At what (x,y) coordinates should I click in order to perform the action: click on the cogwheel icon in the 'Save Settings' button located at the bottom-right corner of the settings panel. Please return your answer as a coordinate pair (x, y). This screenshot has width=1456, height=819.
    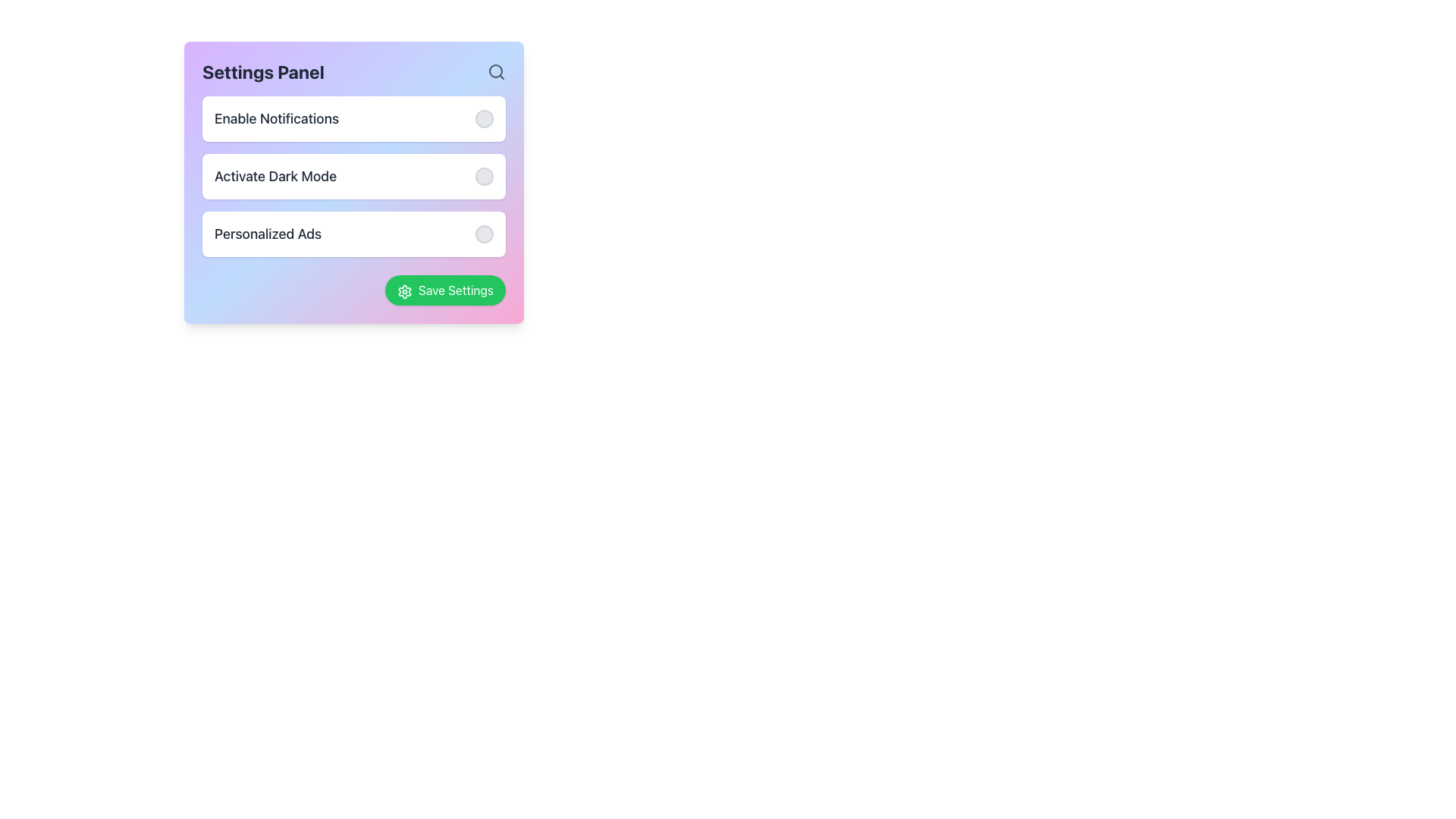
    Looking at the image, I should click on (404, 291).